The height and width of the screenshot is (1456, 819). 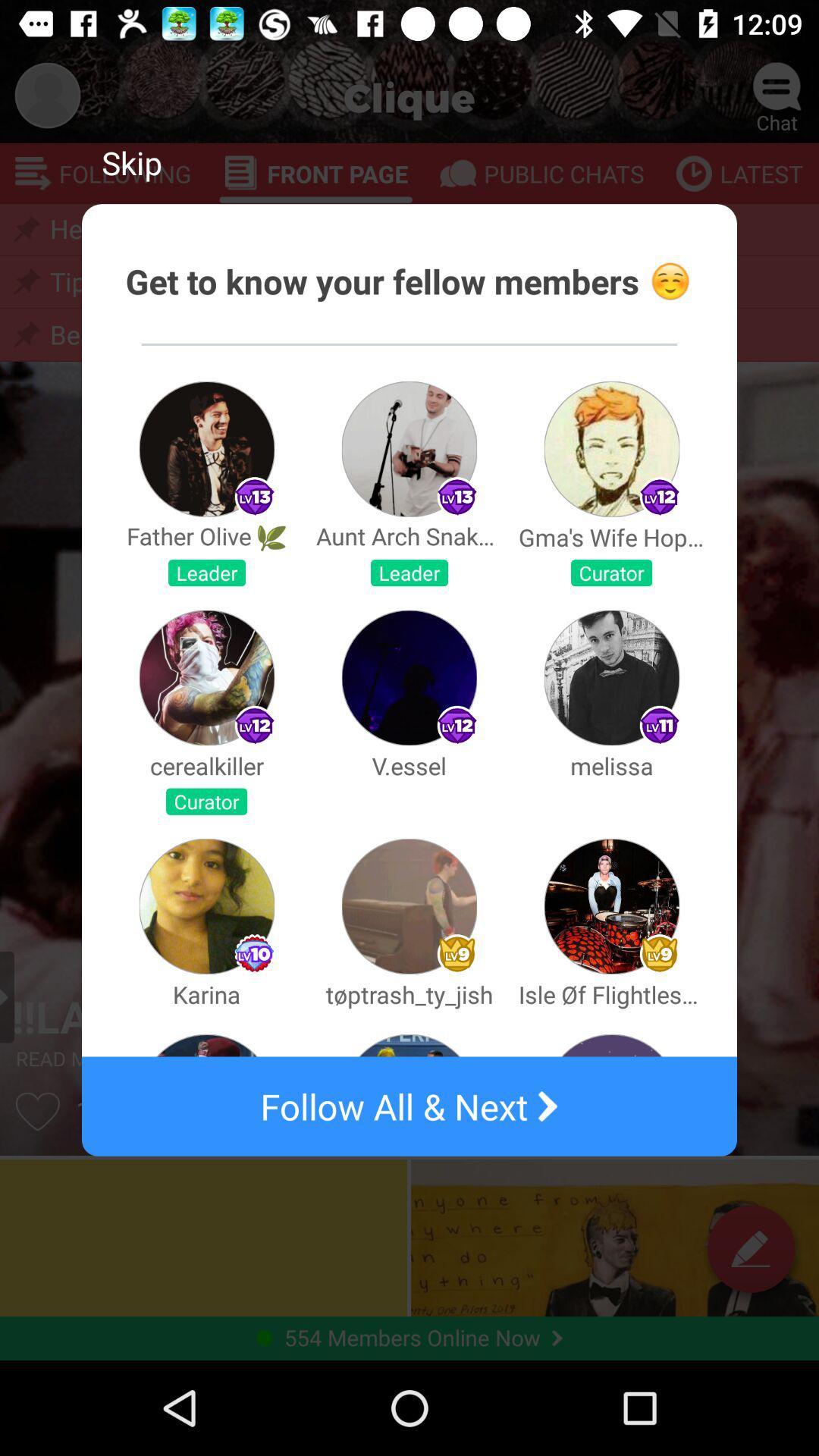 I want to click on skip icon, so click(x=130, y=162).